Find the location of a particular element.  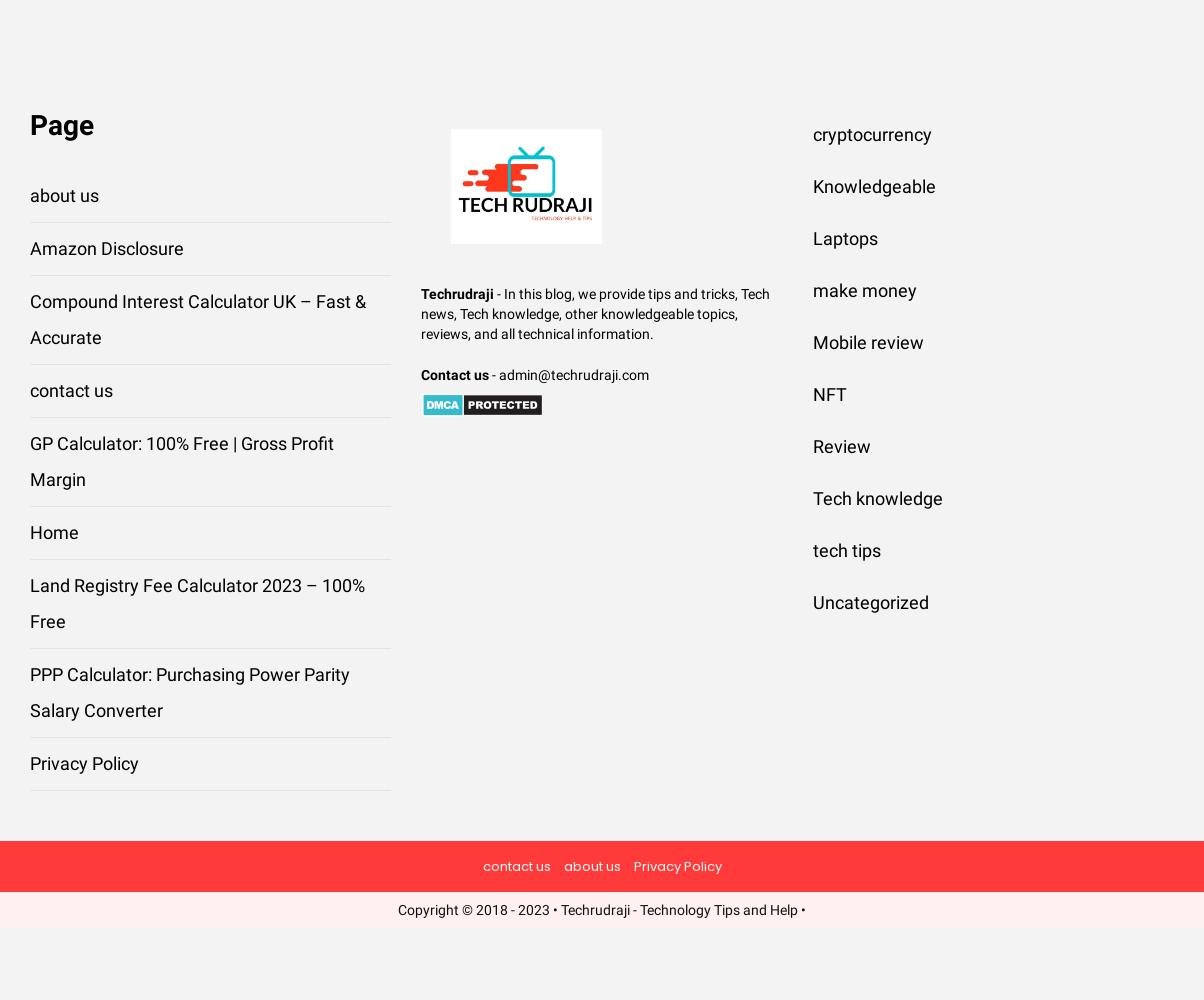

'Tech knowledge' is located at coordinates (876, 496).